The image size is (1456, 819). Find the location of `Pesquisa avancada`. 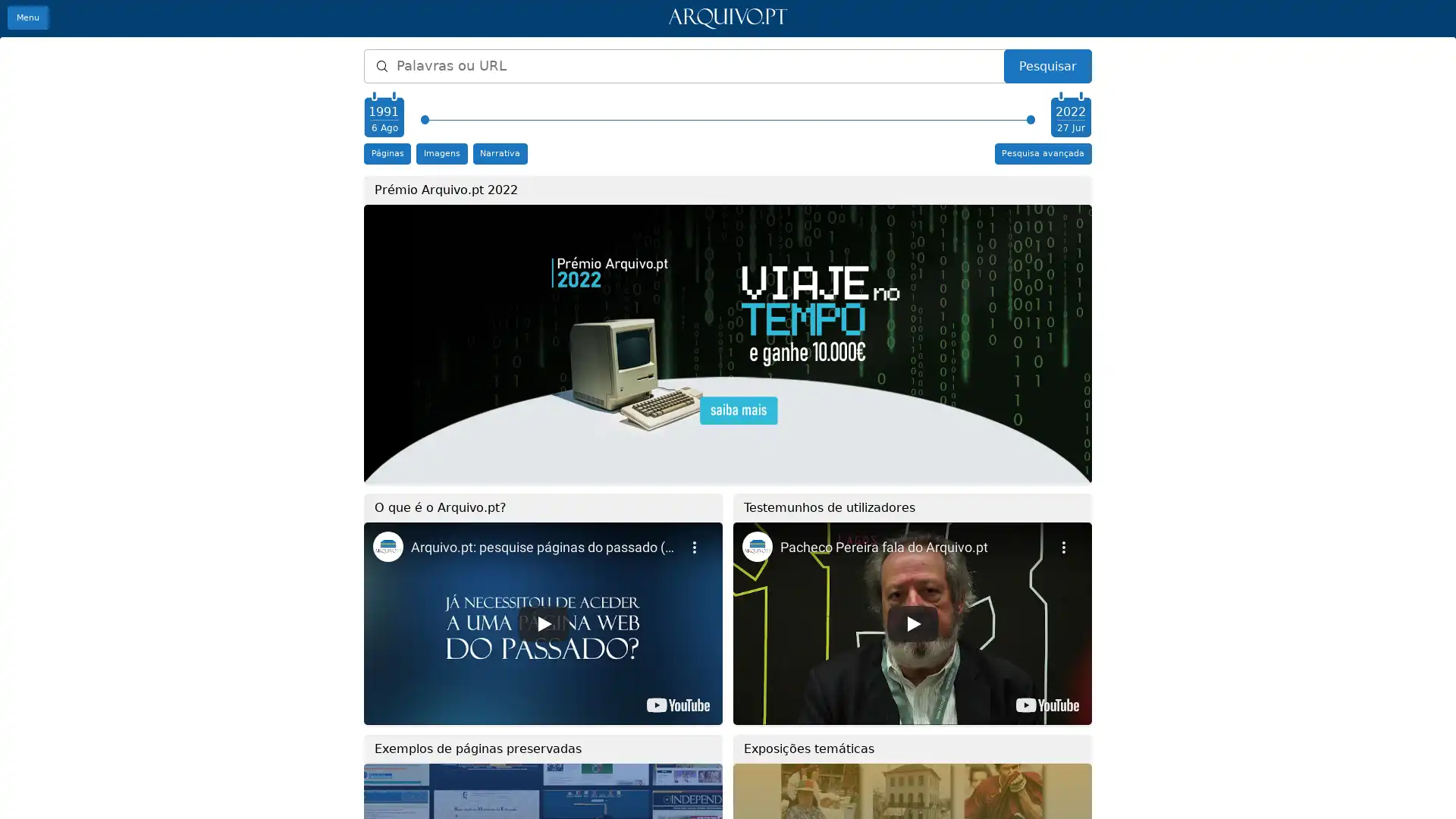

Pesquisa avancada is located at coordinates (1042, 153).